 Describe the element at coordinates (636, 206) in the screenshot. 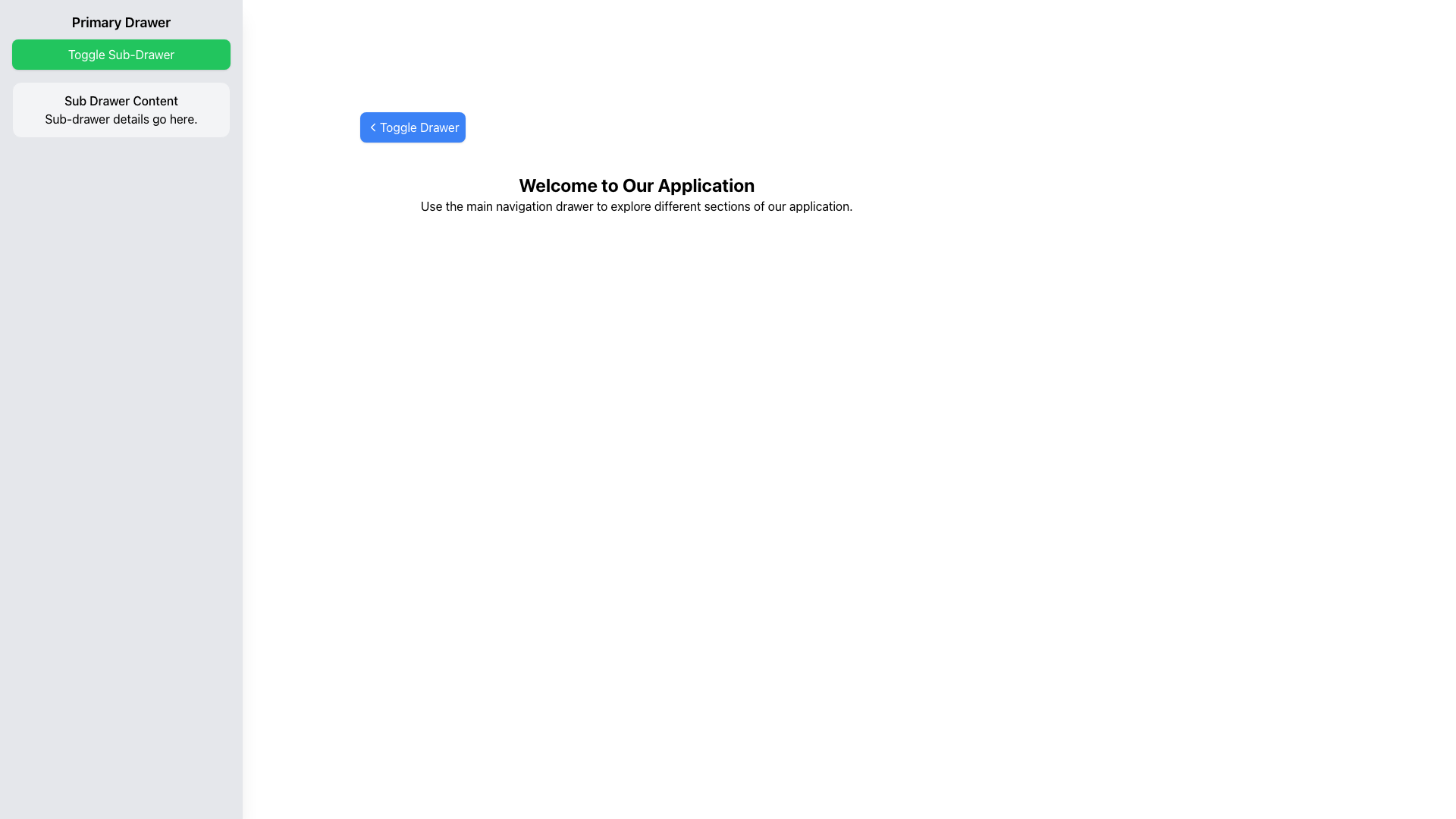

I see `the text string that reads 'Use the main navigation drawer` at that location.